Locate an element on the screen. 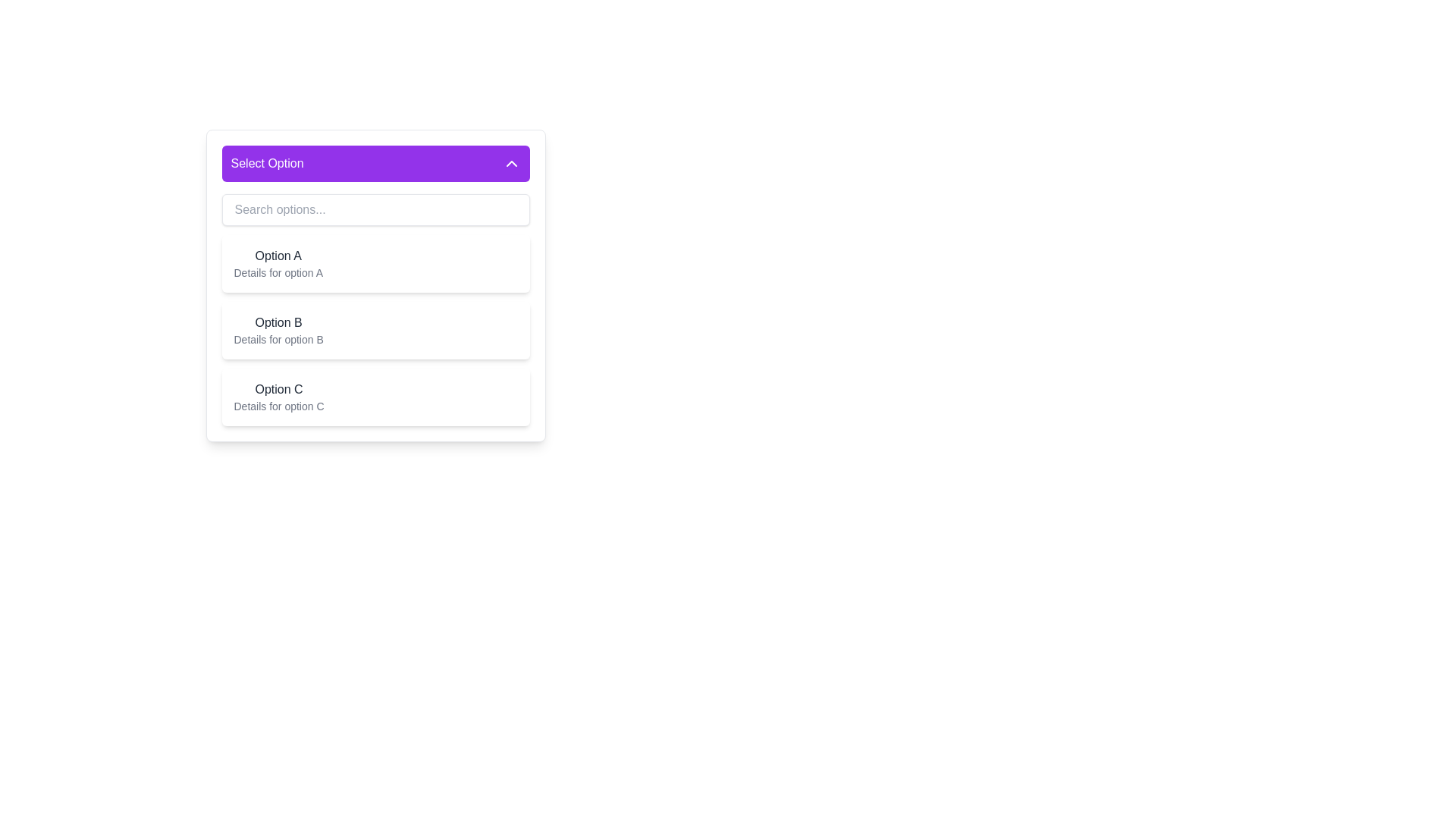 Image resolution: width=1456 pixels, height=819 pixels. the 'Option A' selectable card for keyboard navigation by moving the cursor to its center is located at coordinates (375, 286).